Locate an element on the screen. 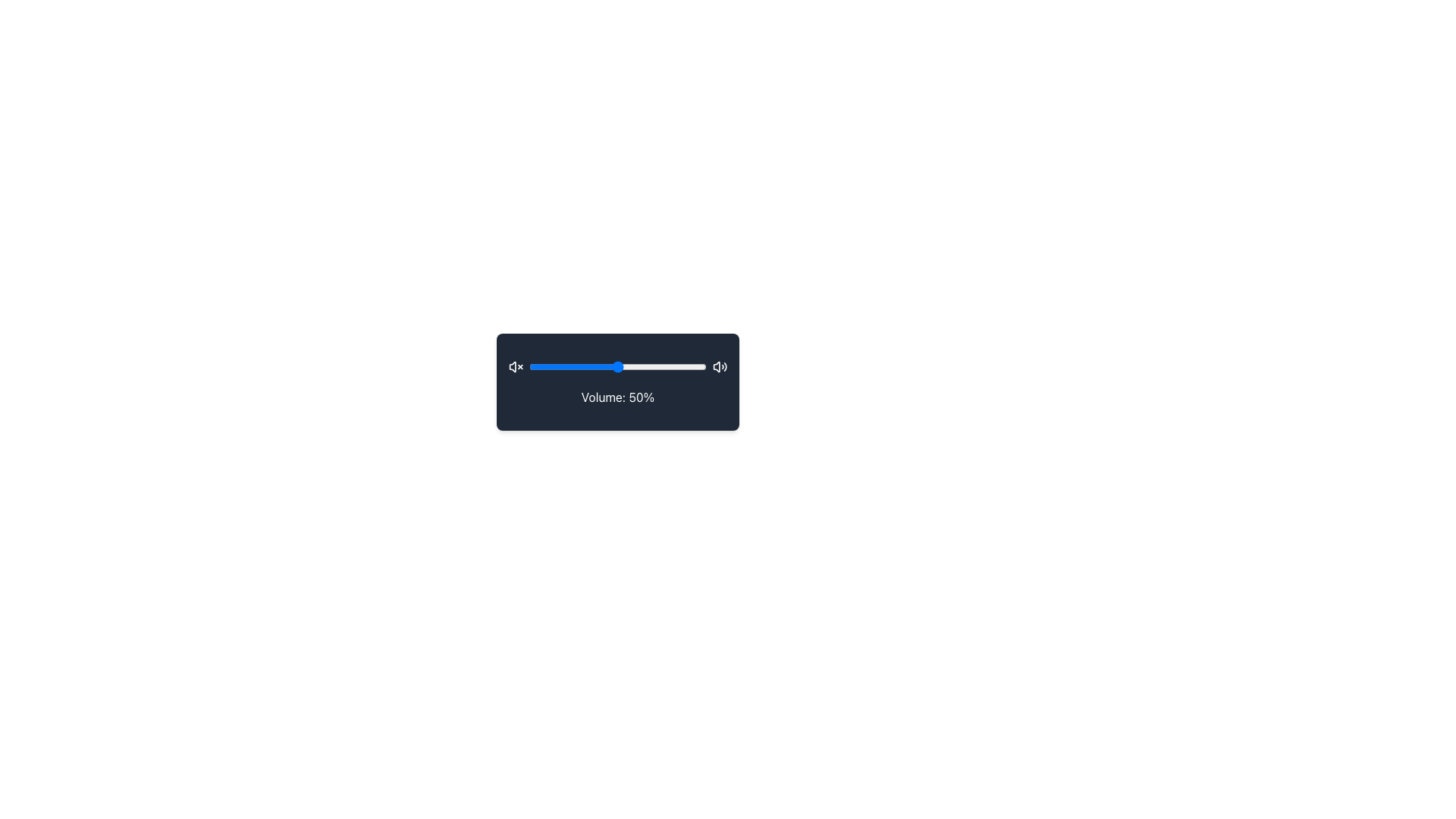 Image resolution: width=1456 pixels, height=819 pixels. the volume is located at coordinates (628, 366).